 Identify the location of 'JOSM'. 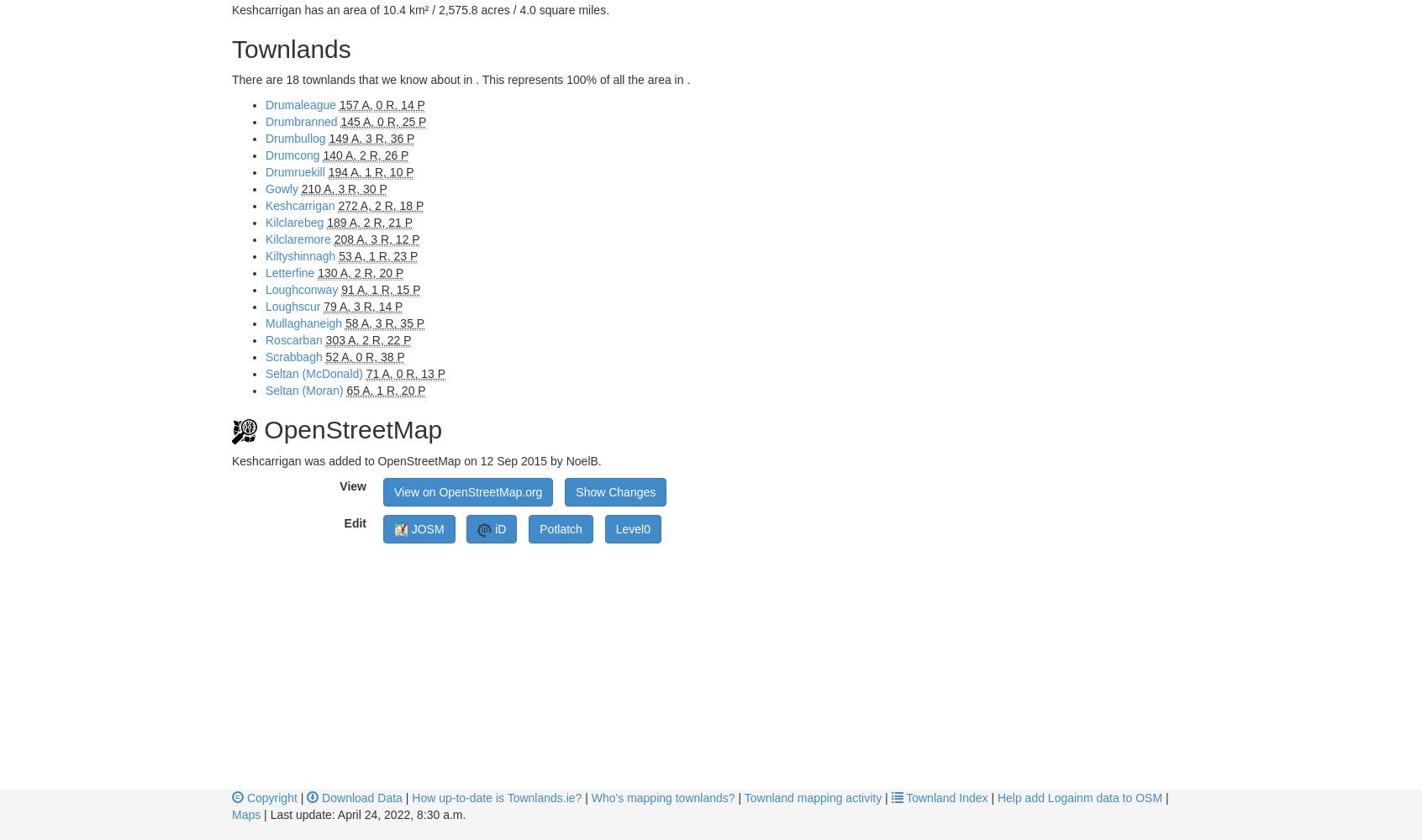
(425, 529).